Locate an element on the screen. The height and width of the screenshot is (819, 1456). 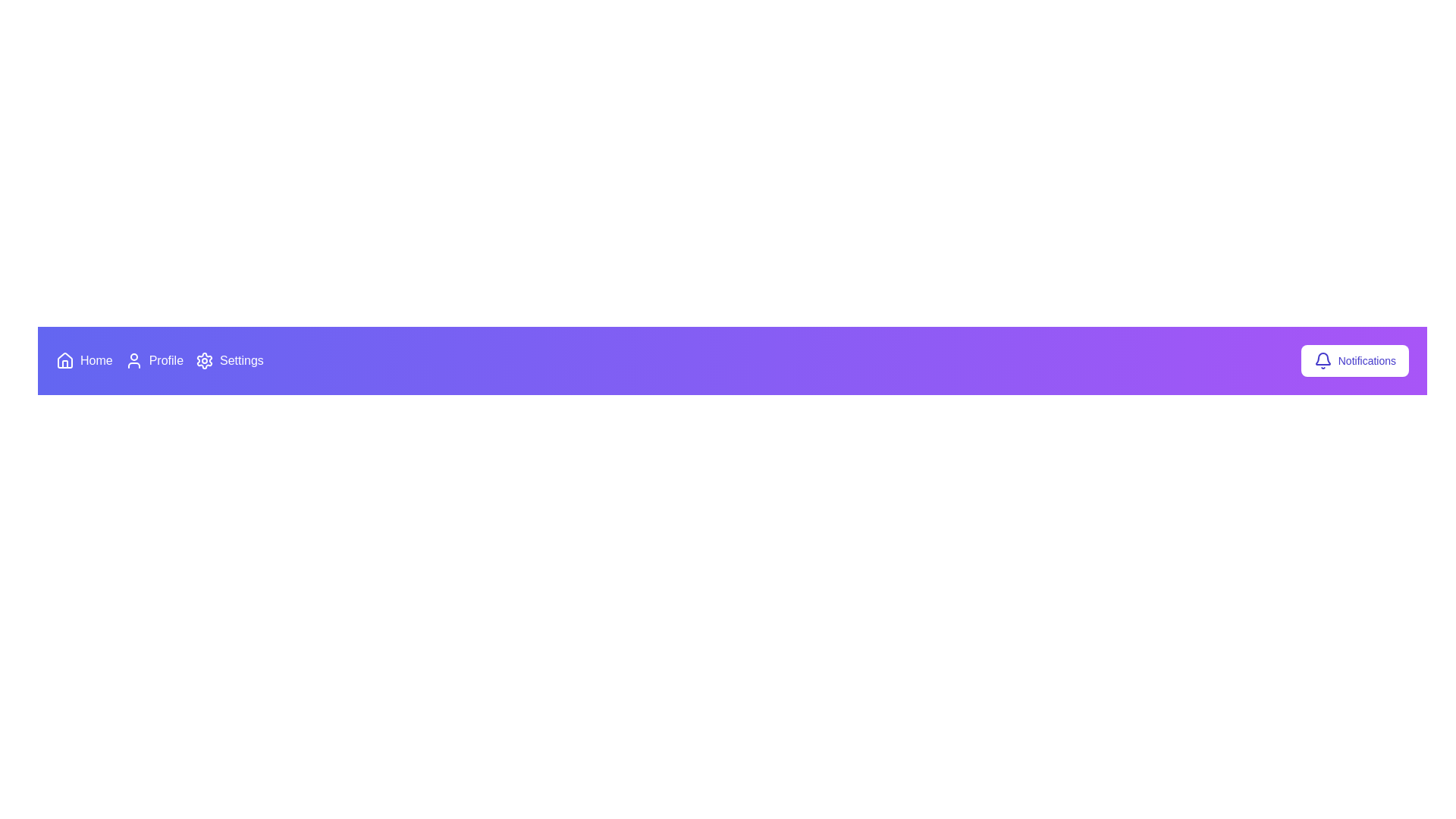
the notification icon located at the top-right corner of the interface, positioned directly to the left of the 'Notifications' label is located at coordinates (1322, 360).